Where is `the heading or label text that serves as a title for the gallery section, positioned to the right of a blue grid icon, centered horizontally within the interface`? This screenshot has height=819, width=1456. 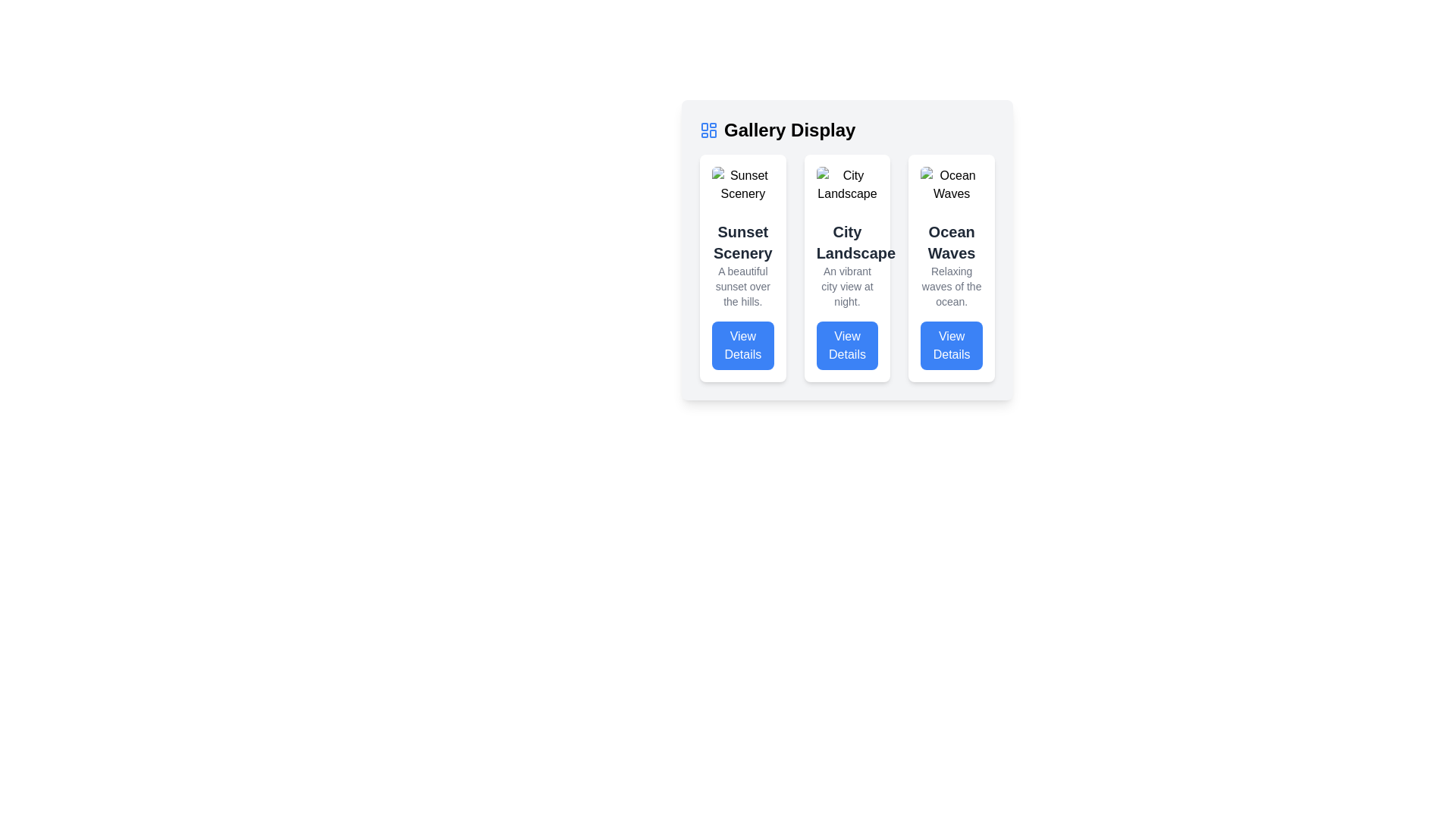
the heading or label text that serves as a title for the gallery section, positioned to the right of a blue grid icon, centered horizontally within the interface is located at coordinates (789, 130).